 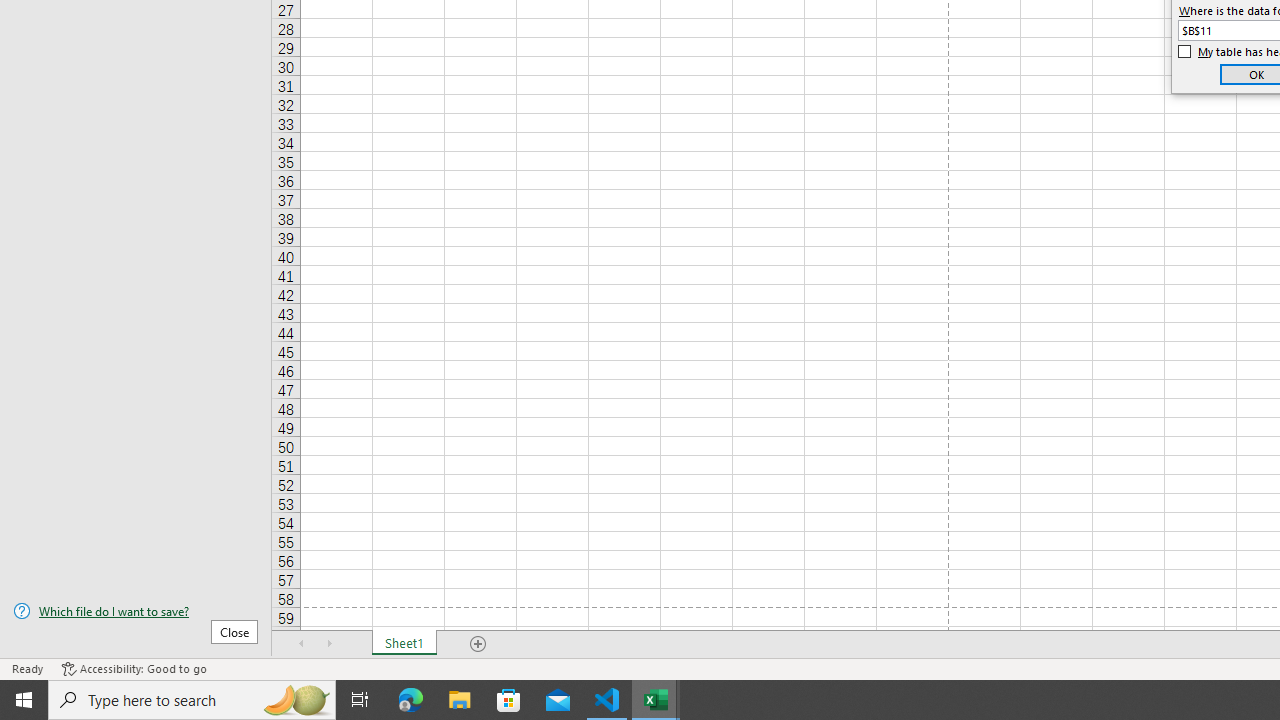 What do you see at coordinates (135, 610) in the screenshot?
I see `'Which file do I want to save?'` at bounding box center [135, 610].